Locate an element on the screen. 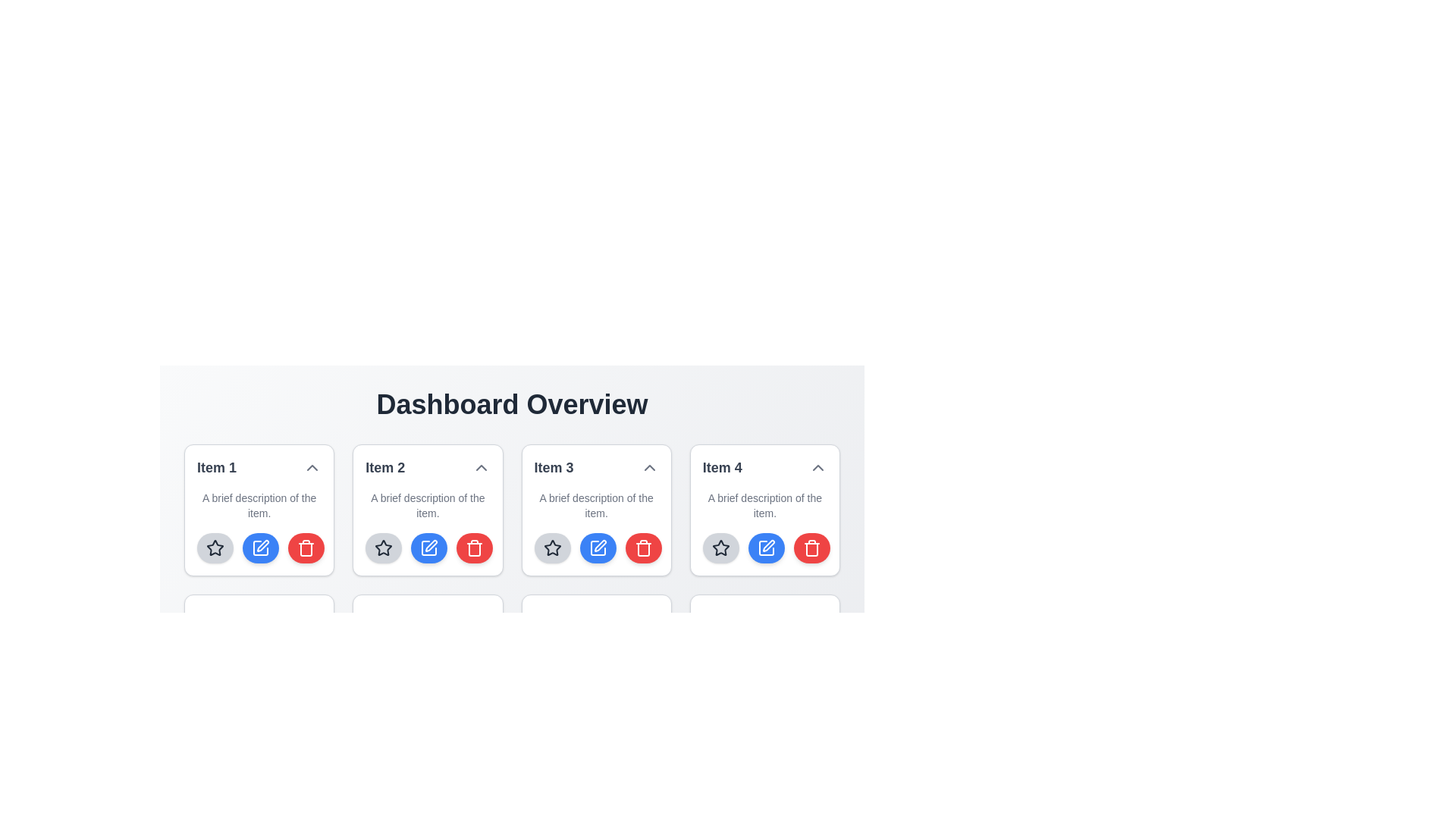 The width and height of the screenshot is (1456, 819). the small gray chevron arrow icon pointing upwards located to the right of the text 'Item 1' in the header of the card is located at coordinates (312, 467).